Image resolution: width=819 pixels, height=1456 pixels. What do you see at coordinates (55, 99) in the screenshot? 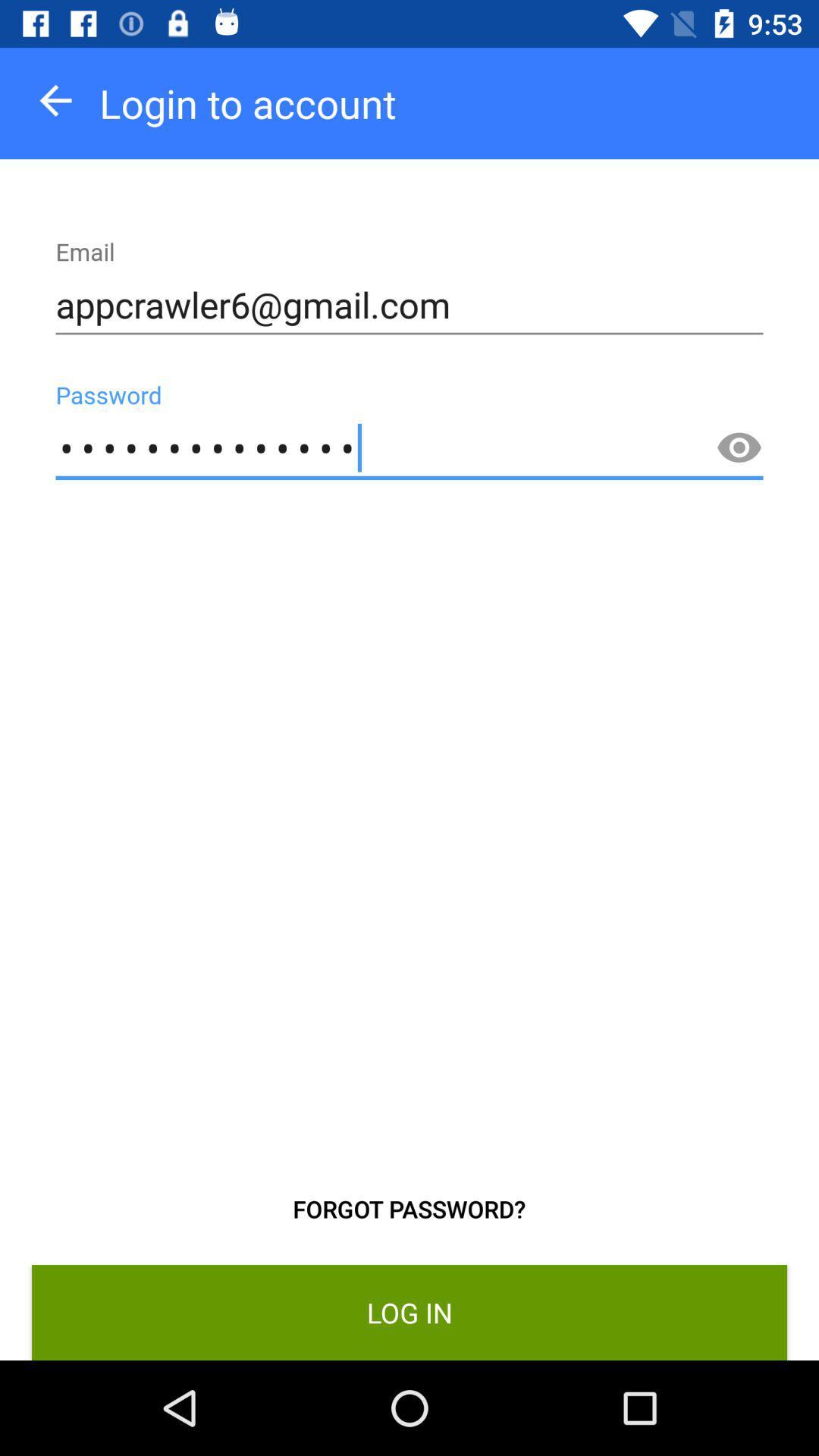
I see `icon next to login to account item` at bounding box center [55, 99].